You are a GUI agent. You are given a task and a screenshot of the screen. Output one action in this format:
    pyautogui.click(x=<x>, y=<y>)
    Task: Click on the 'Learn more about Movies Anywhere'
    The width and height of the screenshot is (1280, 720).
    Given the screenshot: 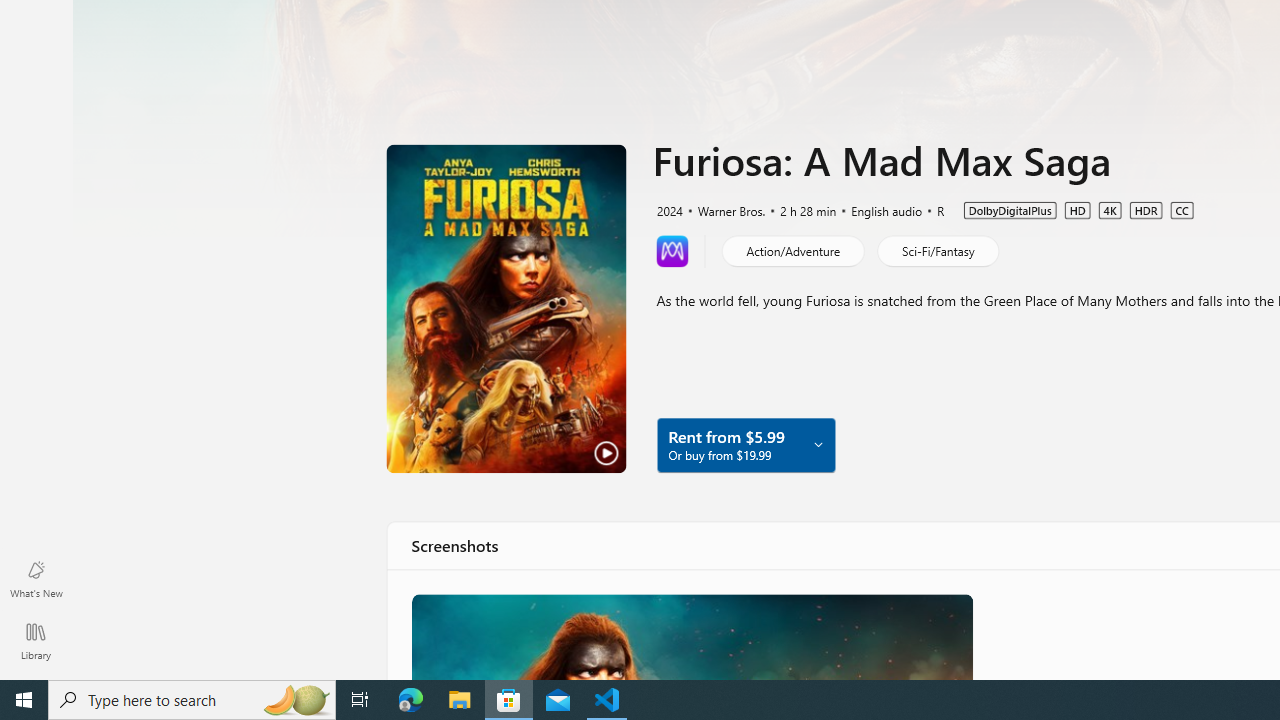 What is the action you would take?
    pyautogui.click(x=672, y=249)
    